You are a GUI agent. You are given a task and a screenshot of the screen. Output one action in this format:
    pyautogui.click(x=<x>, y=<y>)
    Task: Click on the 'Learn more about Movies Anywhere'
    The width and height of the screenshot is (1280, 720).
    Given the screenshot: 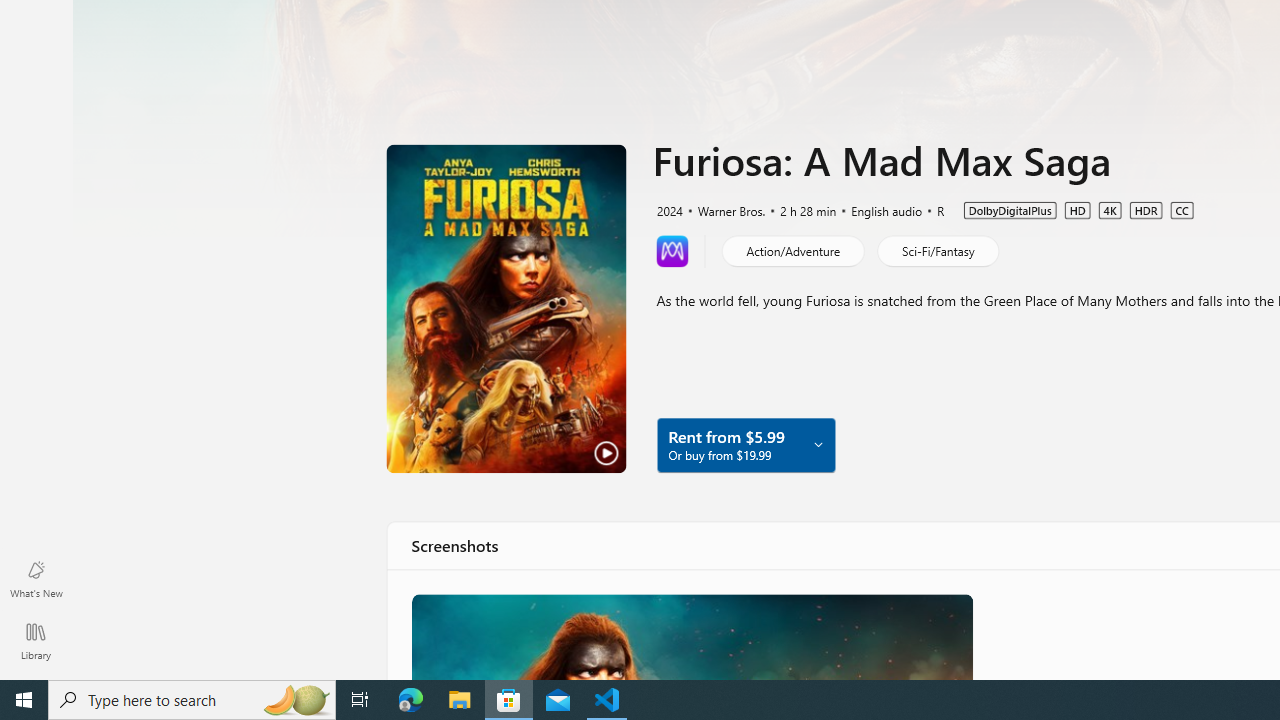 What is the action you would take?
    pyautogui.click(x=672, y=249)
    